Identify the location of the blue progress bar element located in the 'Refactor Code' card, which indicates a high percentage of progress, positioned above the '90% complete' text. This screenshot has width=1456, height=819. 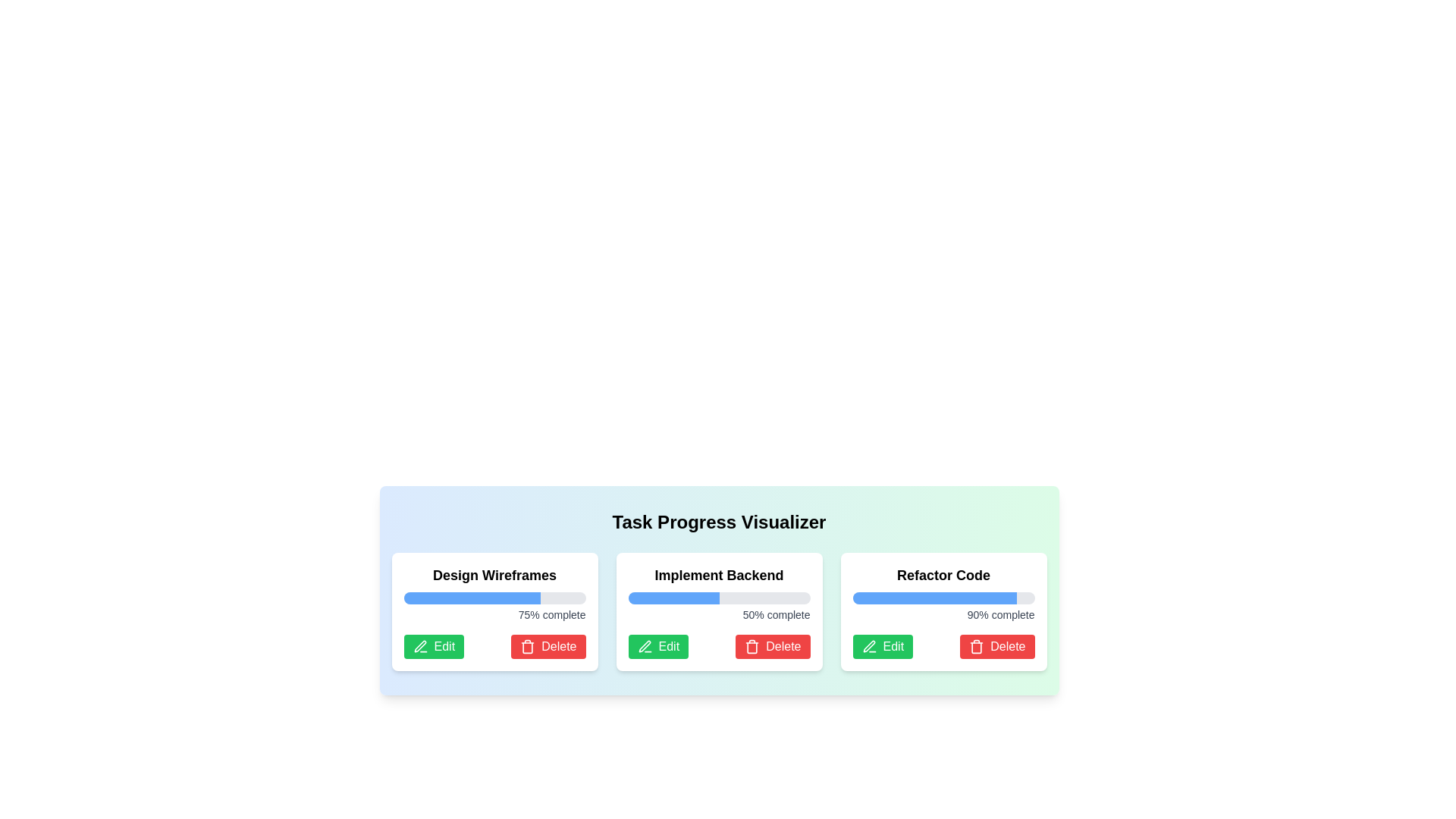
(934, 598).